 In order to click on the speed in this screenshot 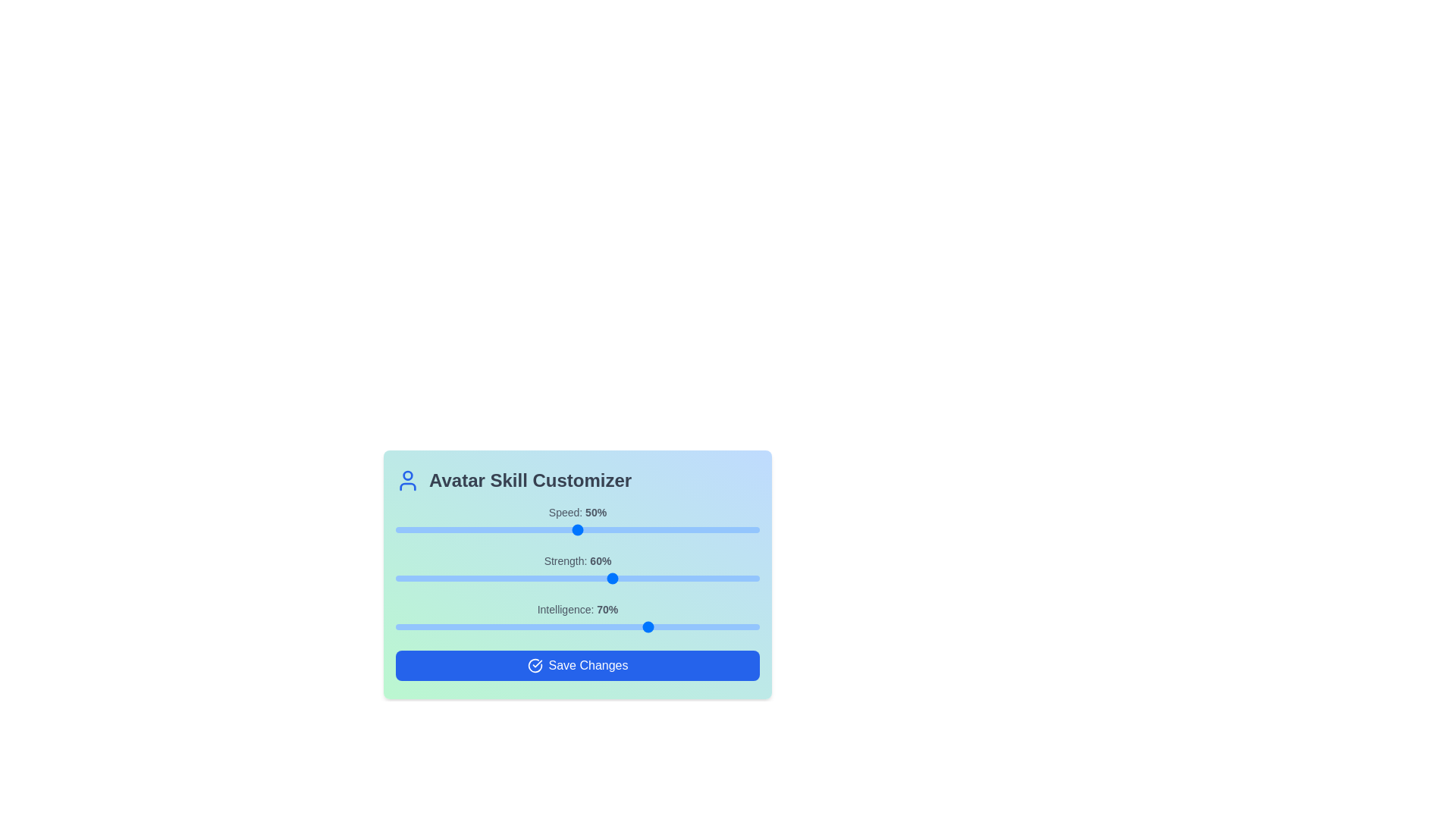, I will do `click(399, 529)`.